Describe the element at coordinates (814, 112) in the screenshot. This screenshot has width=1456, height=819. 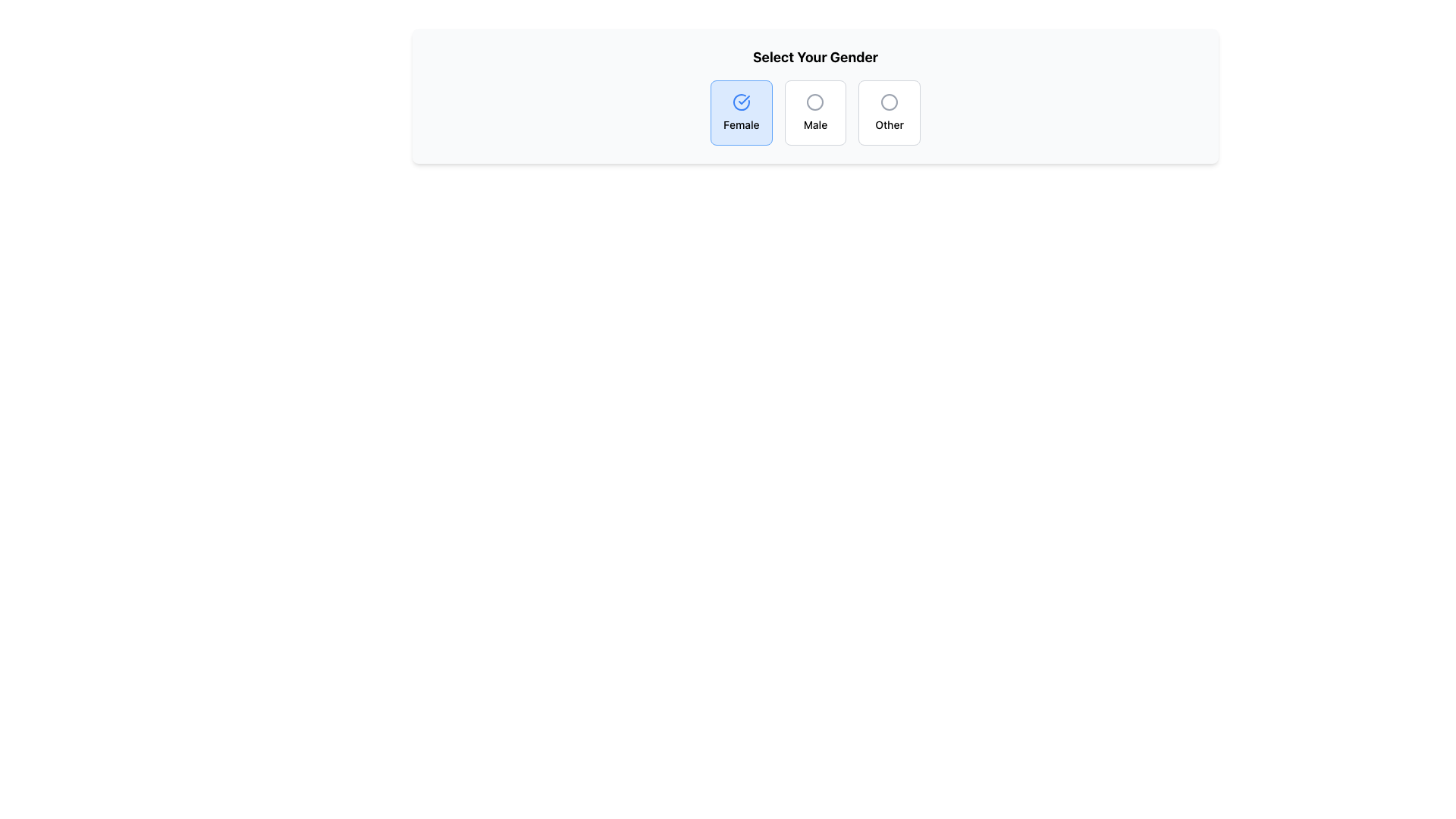
I see `the 'Male' card in the grid of button cards, which is highlighted in blue and located beneath the heading 'Select Your Gender'` at that location.